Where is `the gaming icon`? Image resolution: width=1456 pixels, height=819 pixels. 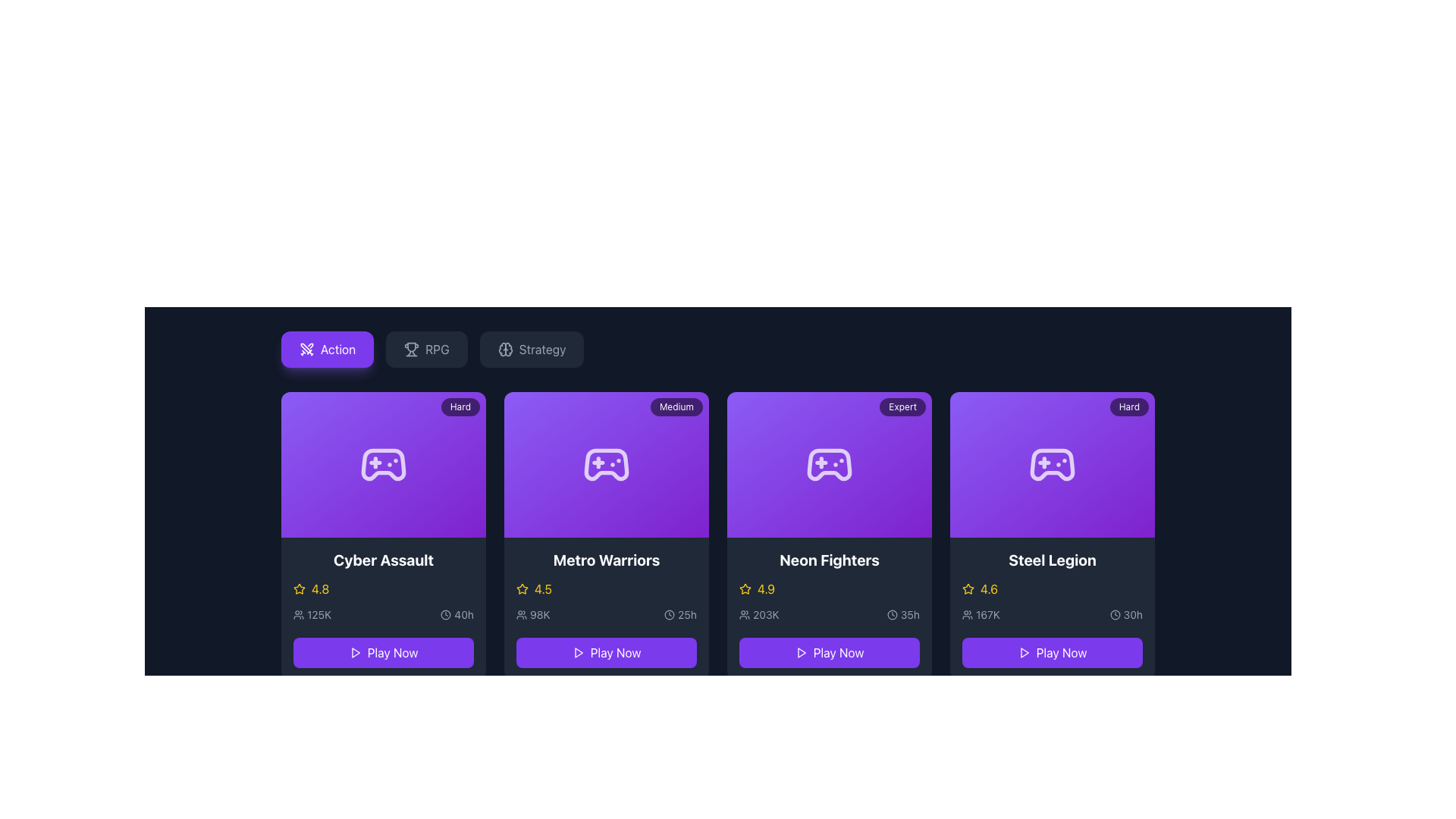 the gaming icon is located at coordinates (383, 464).